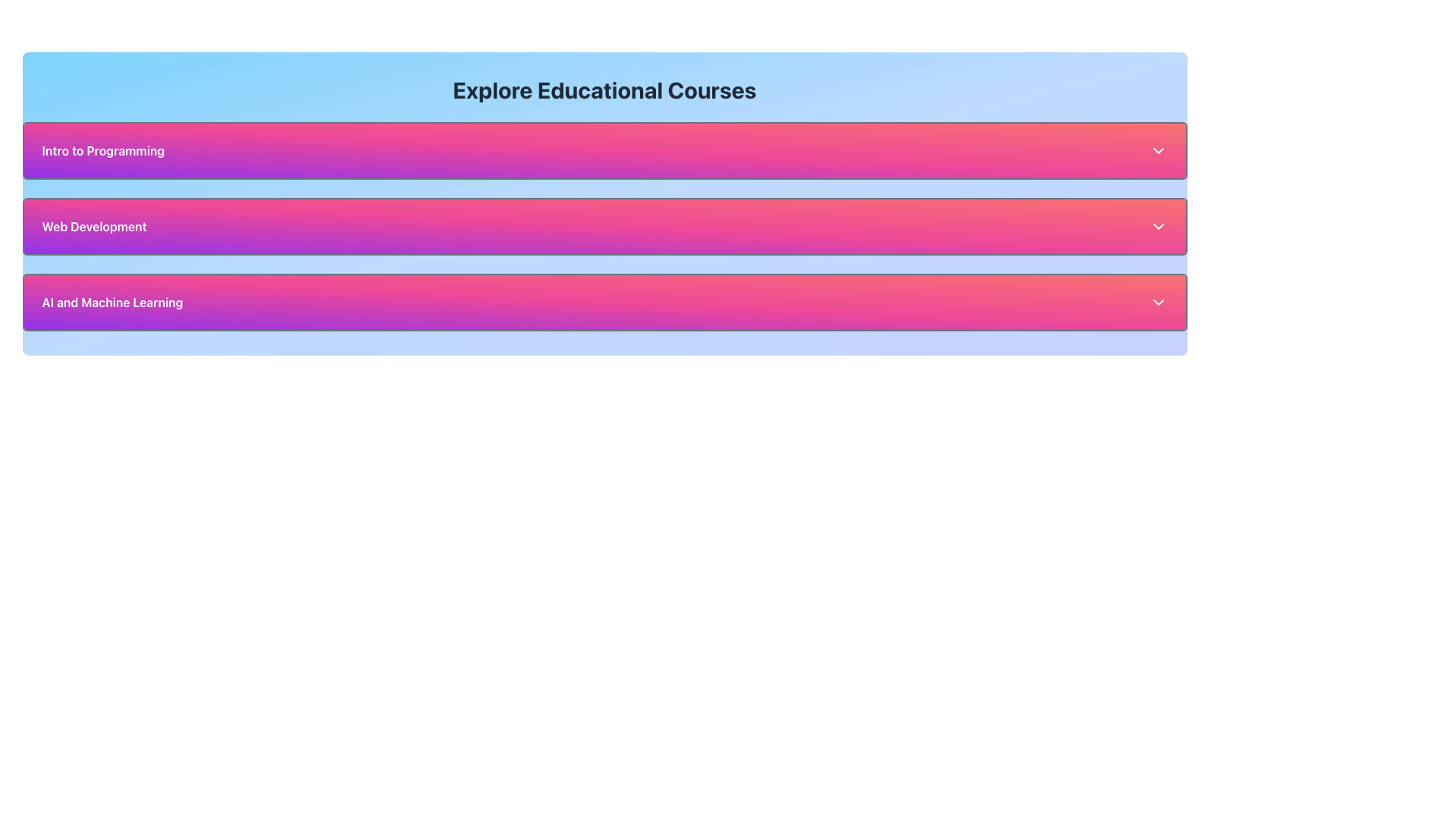  What do you see at coordinates (111, 302) in the screenshot?
I see `the text label 'AI and Machine Learning' which is displayed in bold white font on a gradient background, located in the bottom-most rectangular block of the third row in a list of educational topics` at bounding box center [111, 302].